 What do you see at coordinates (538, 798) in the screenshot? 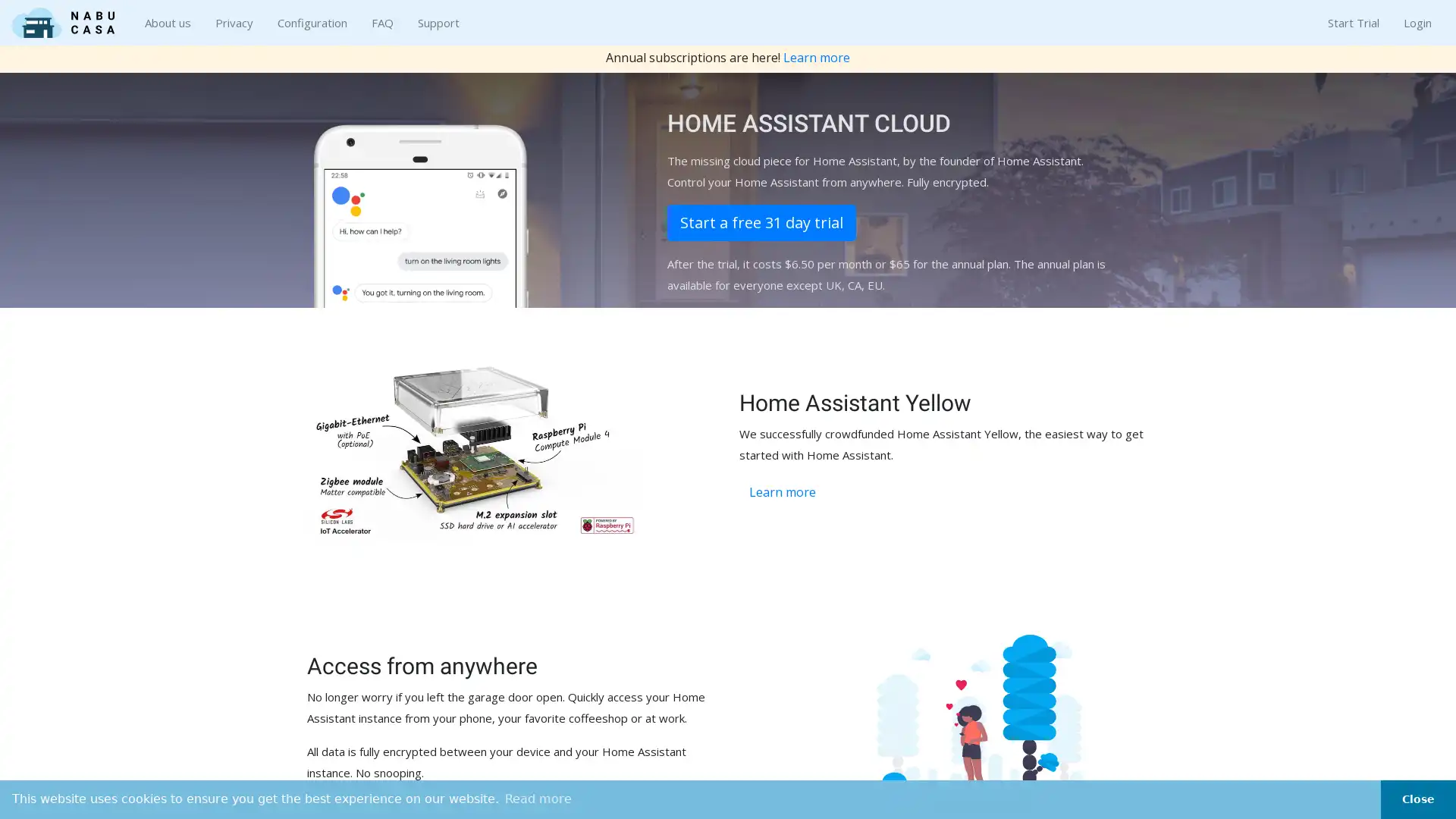
I see `learn more about cookies` at bounding box center [538, 798].